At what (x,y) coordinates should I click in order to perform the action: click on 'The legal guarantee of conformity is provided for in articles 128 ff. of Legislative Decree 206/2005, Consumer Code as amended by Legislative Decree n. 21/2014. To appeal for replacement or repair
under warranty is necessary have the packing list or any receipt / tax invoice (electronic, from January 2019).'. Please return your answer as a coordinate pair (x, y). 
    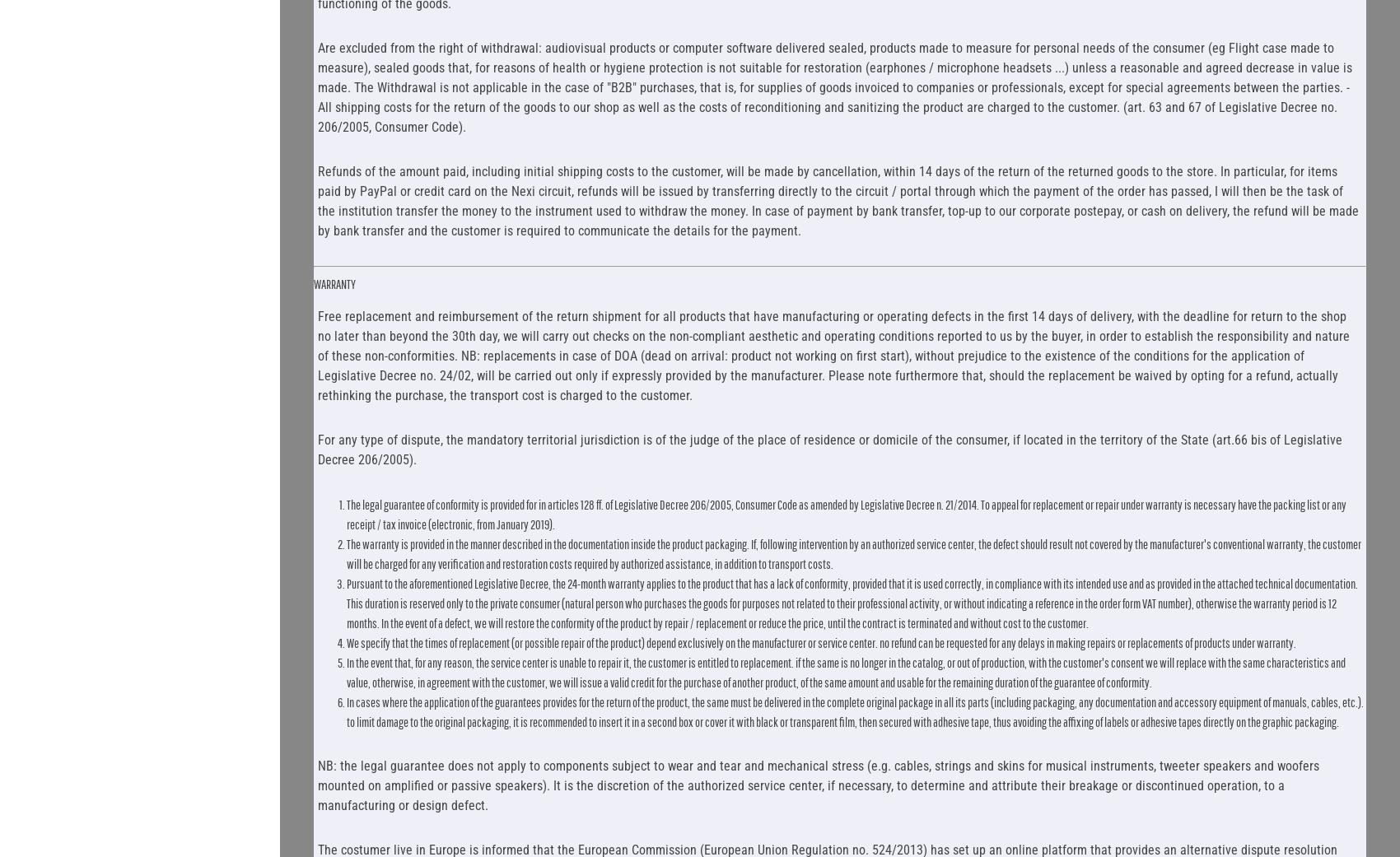
    Looking at the image, I should click on (844, 513).